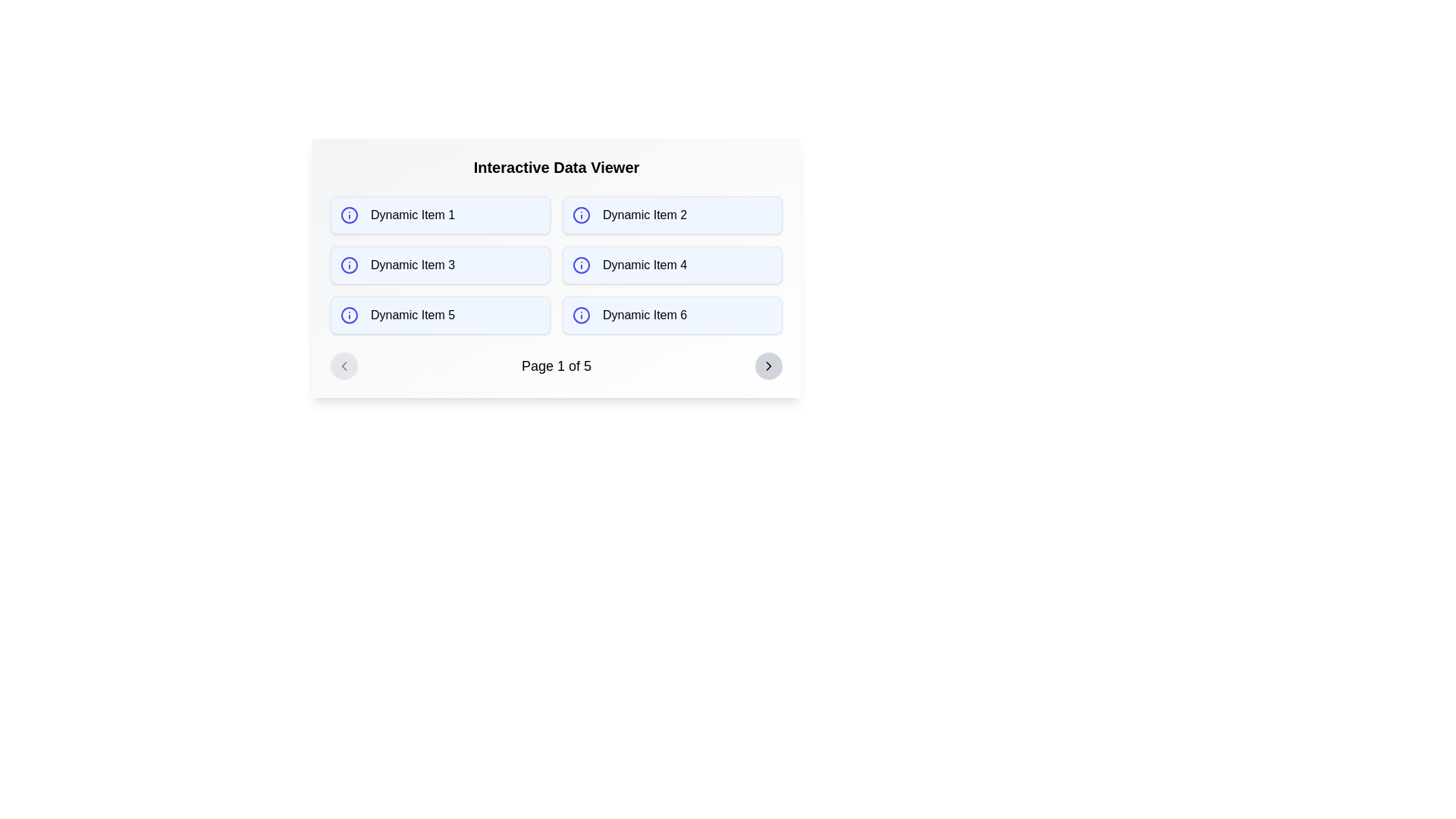 The image size is (1456, 819). Describe the element at coordinates (581, 315) in the screenshot. I see `the Circular SVG graphic element that forms the frame of the informational icon for 'Dynamic Item 6' for assistive reading` at that location.